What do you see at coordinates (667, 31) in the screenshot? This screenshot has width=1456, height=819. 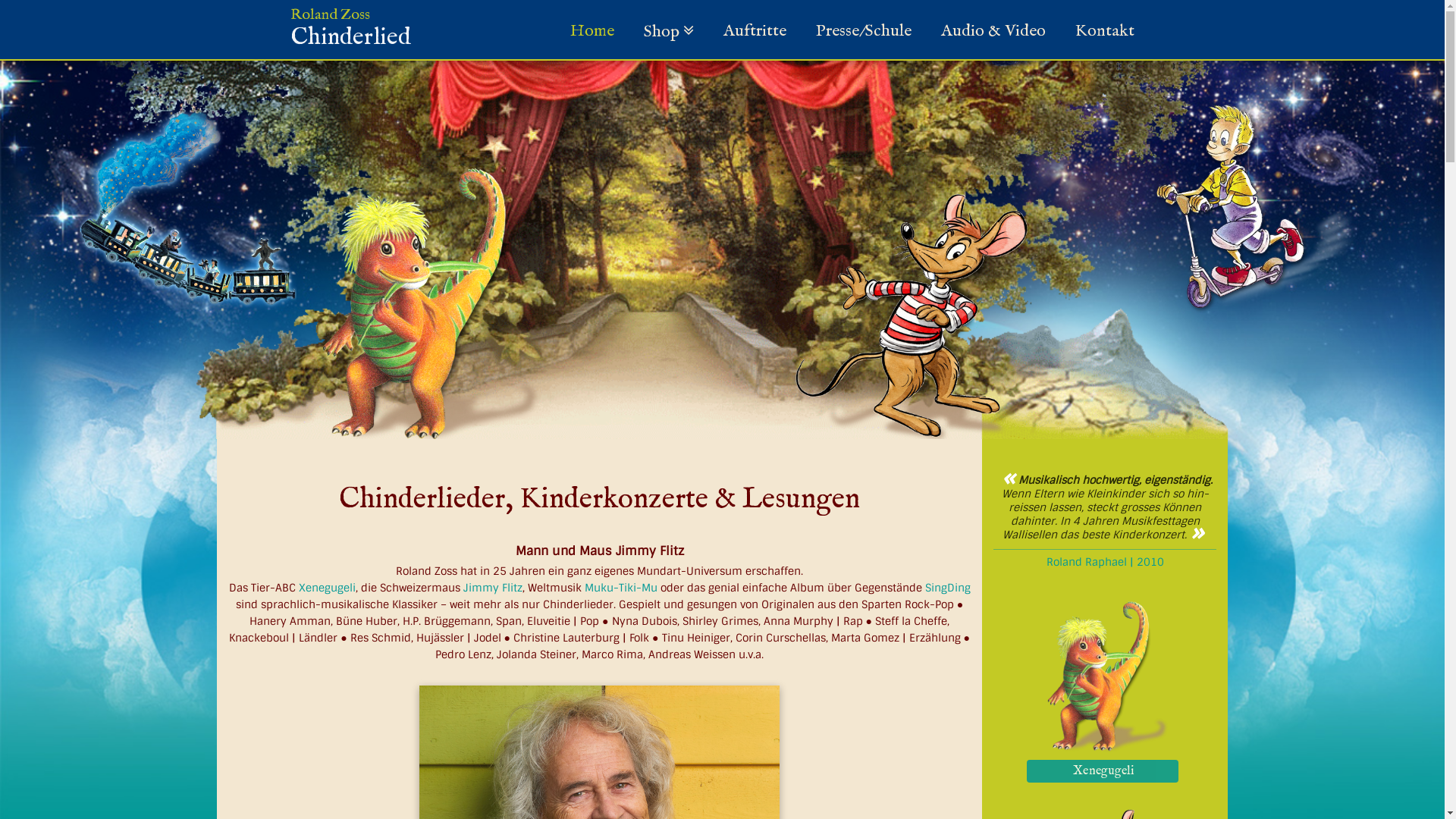 I see `'Shop'` at bounding box center [667, 31].